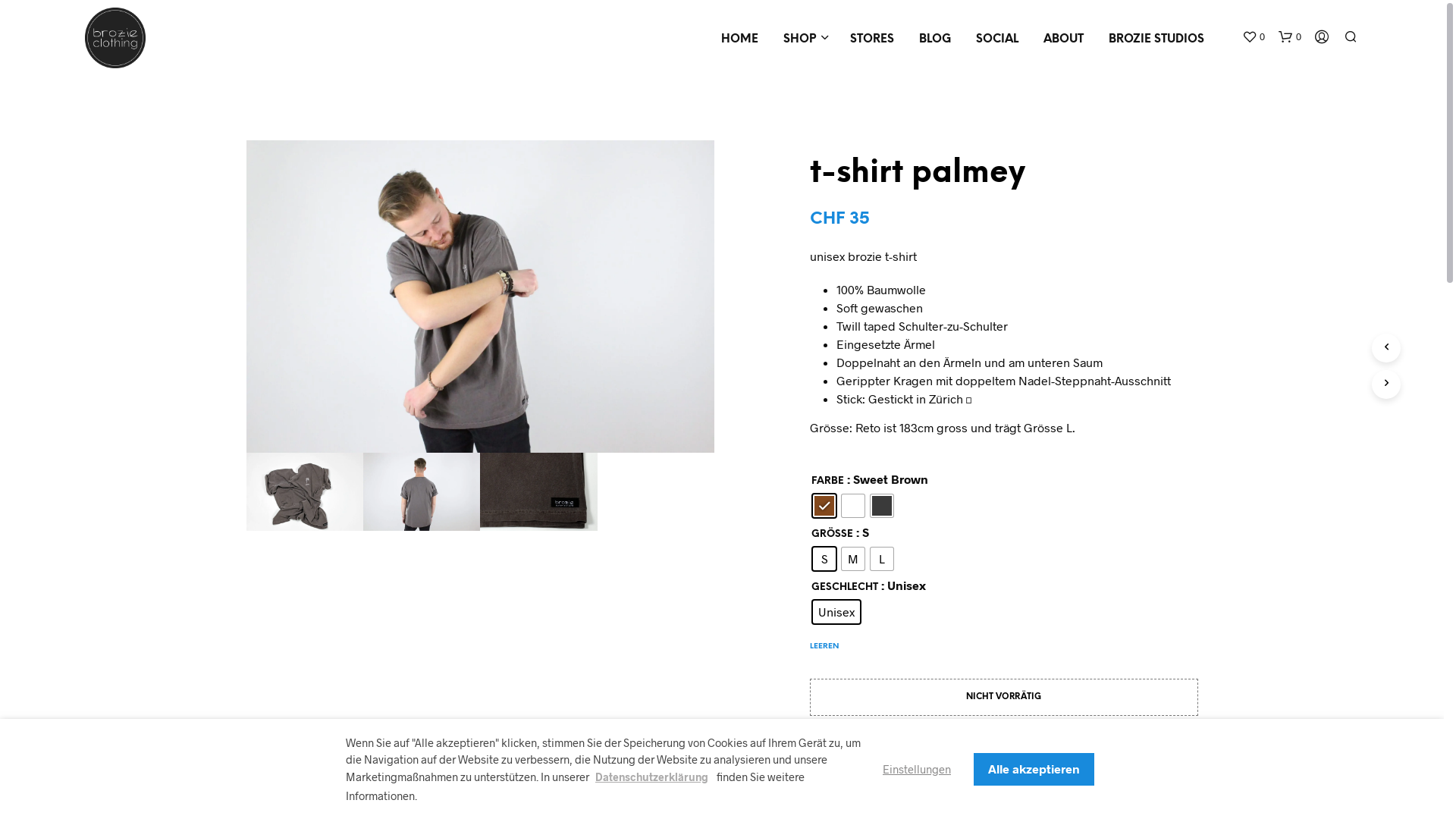 The width and height of the screenshot is (1456, 819). What do you see at coordinates (934, 39) in the screenshot?
I see `'BLOG'` at bounding box center [934, 39].